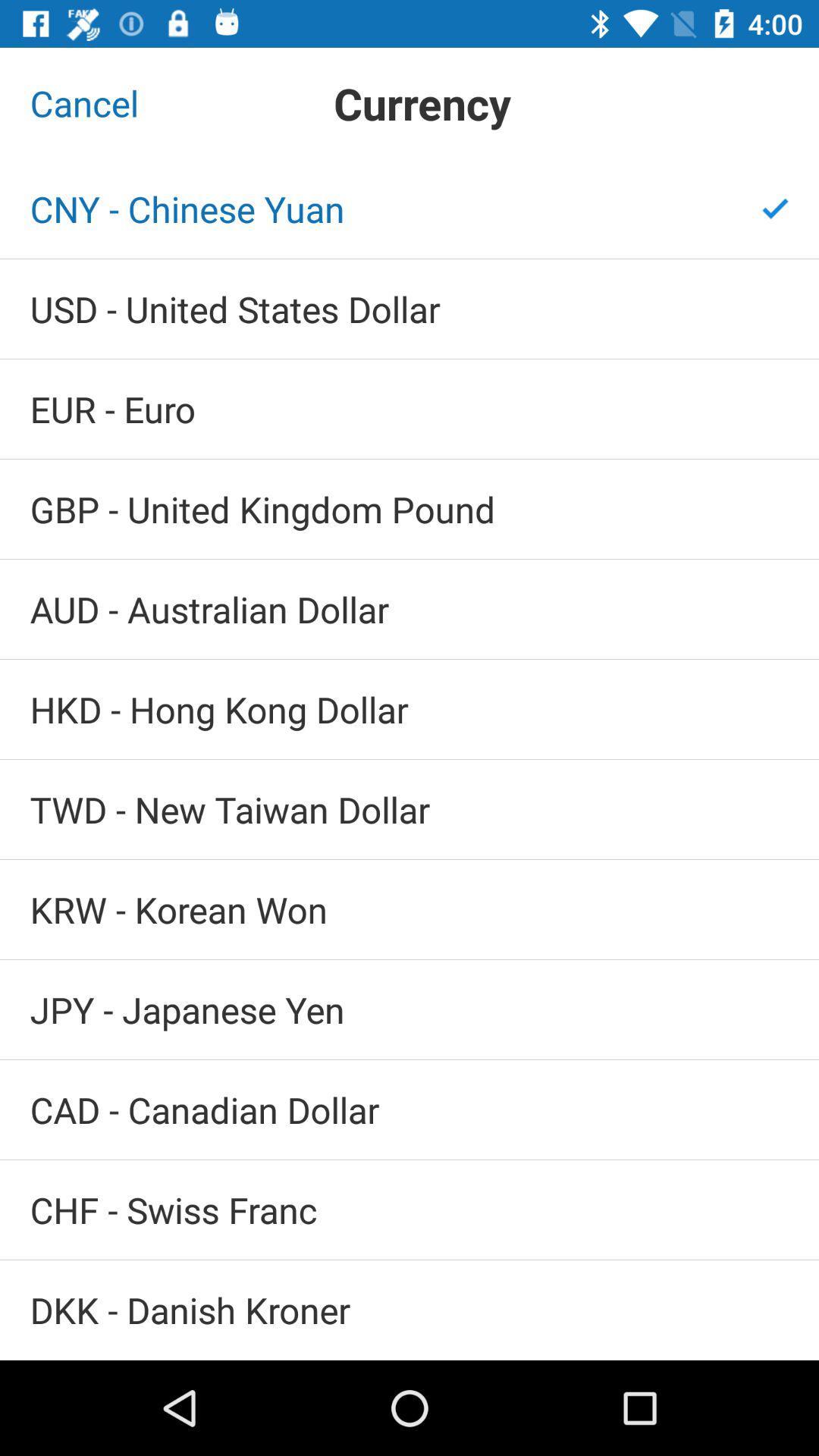  Describe the element at coordinates (409, 708) in the screenshot. I see `hkd hong kong item` at that location.